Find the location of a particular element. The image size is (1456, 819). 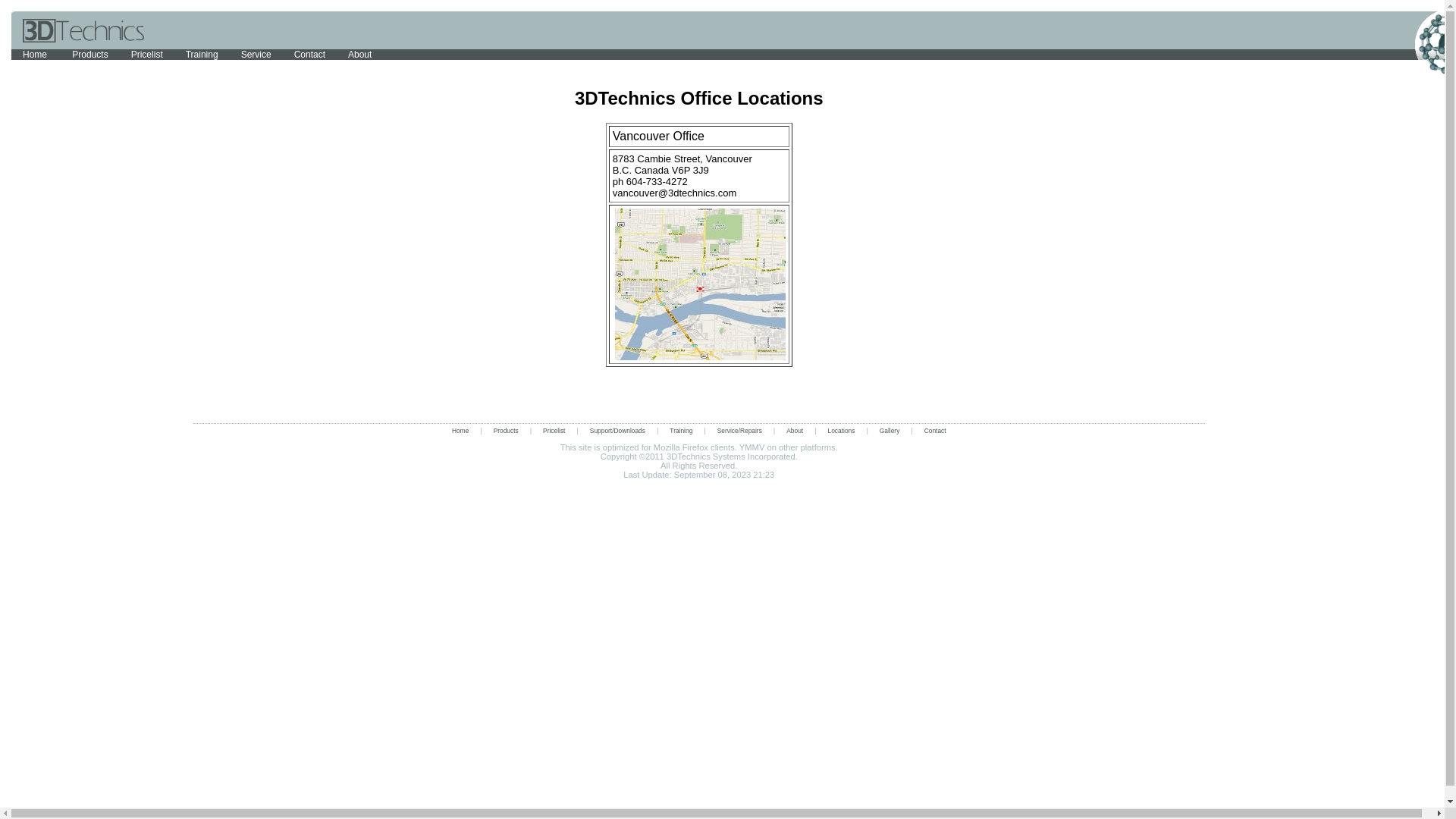

'Contact' is located at coordinates (283, 54).